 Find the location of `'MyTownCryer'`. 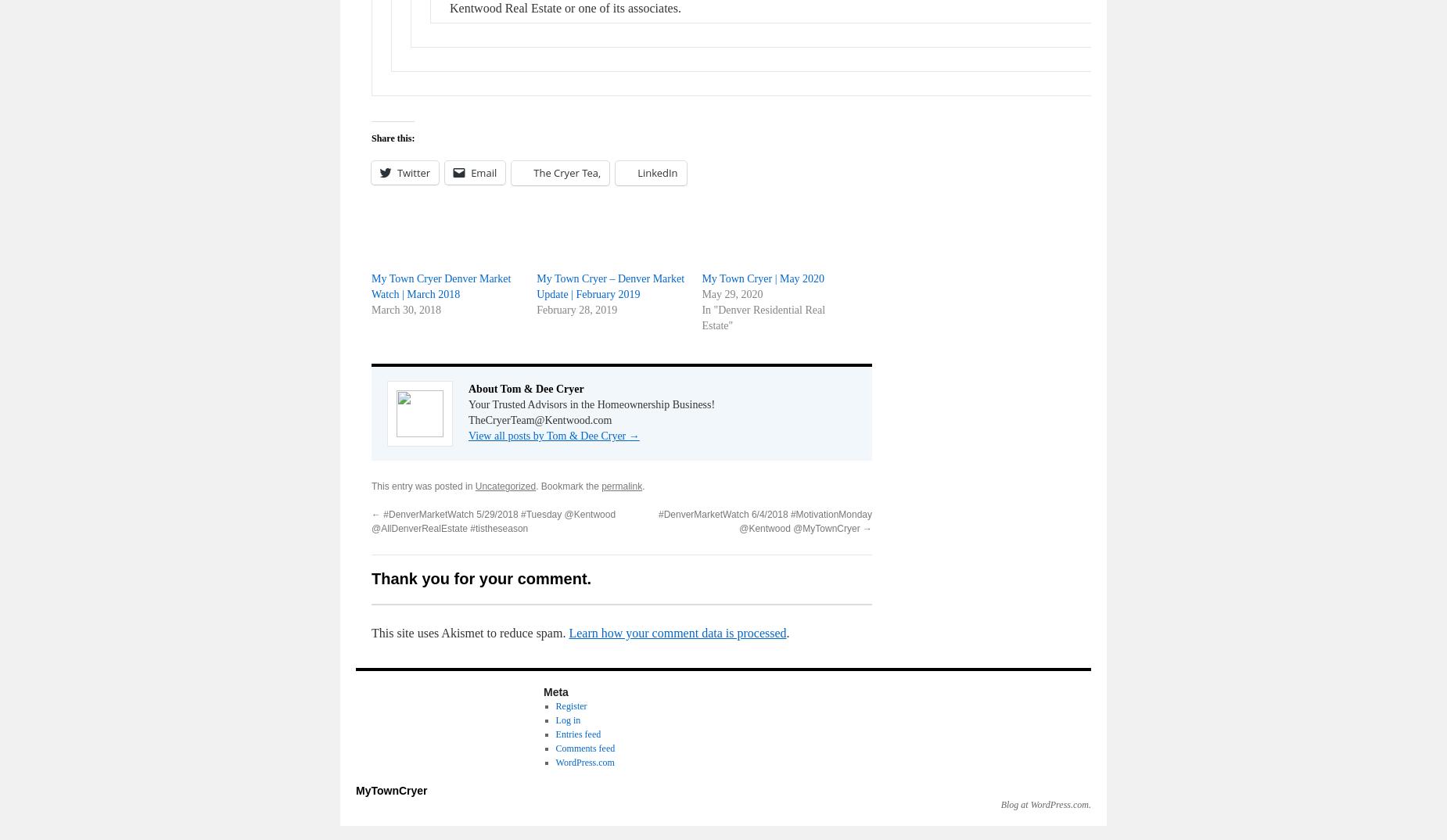

'MyTownCryer' is located at coordinates (391, 789).